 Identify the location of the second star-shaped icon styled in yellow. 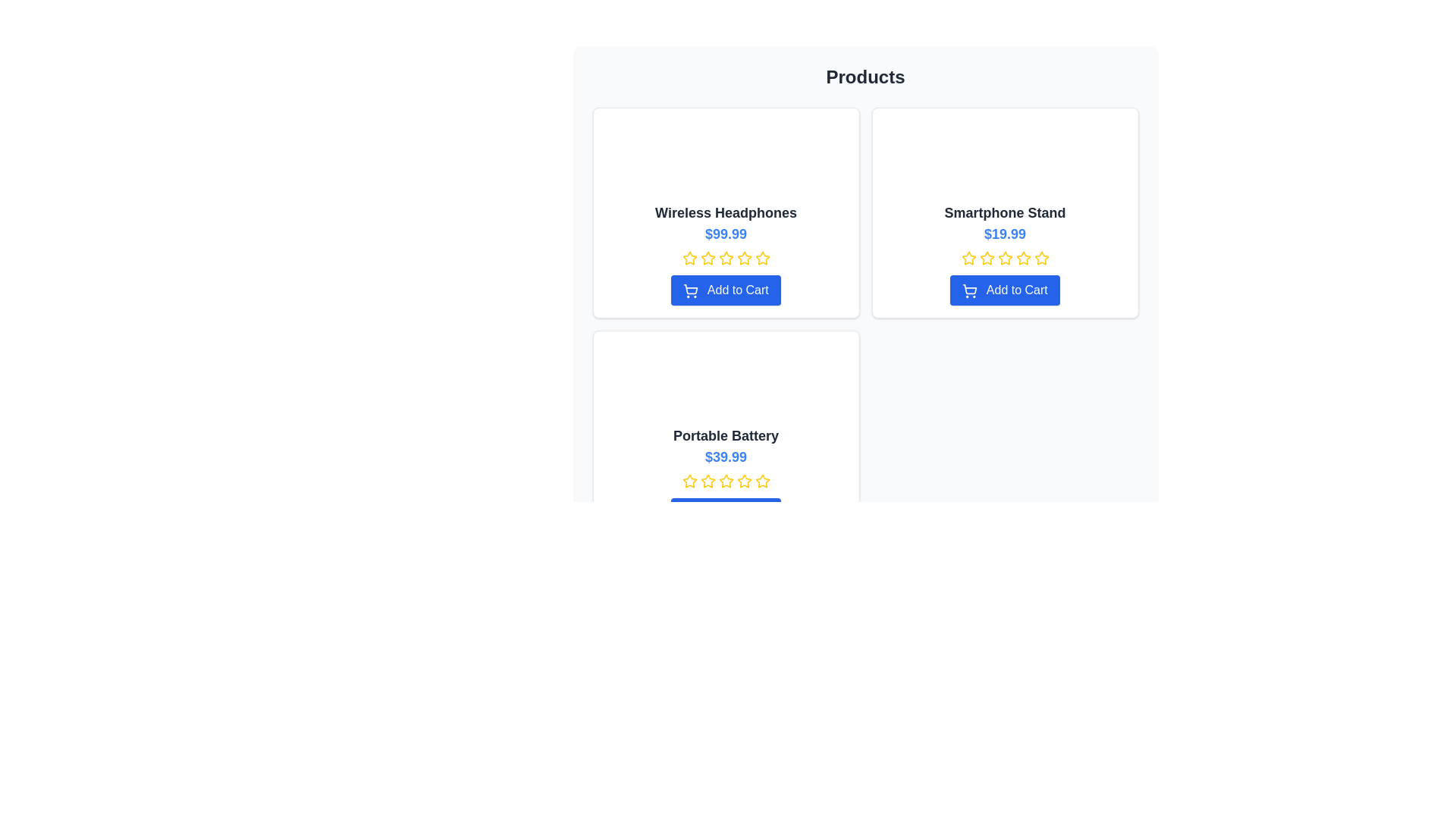
(987, 257).